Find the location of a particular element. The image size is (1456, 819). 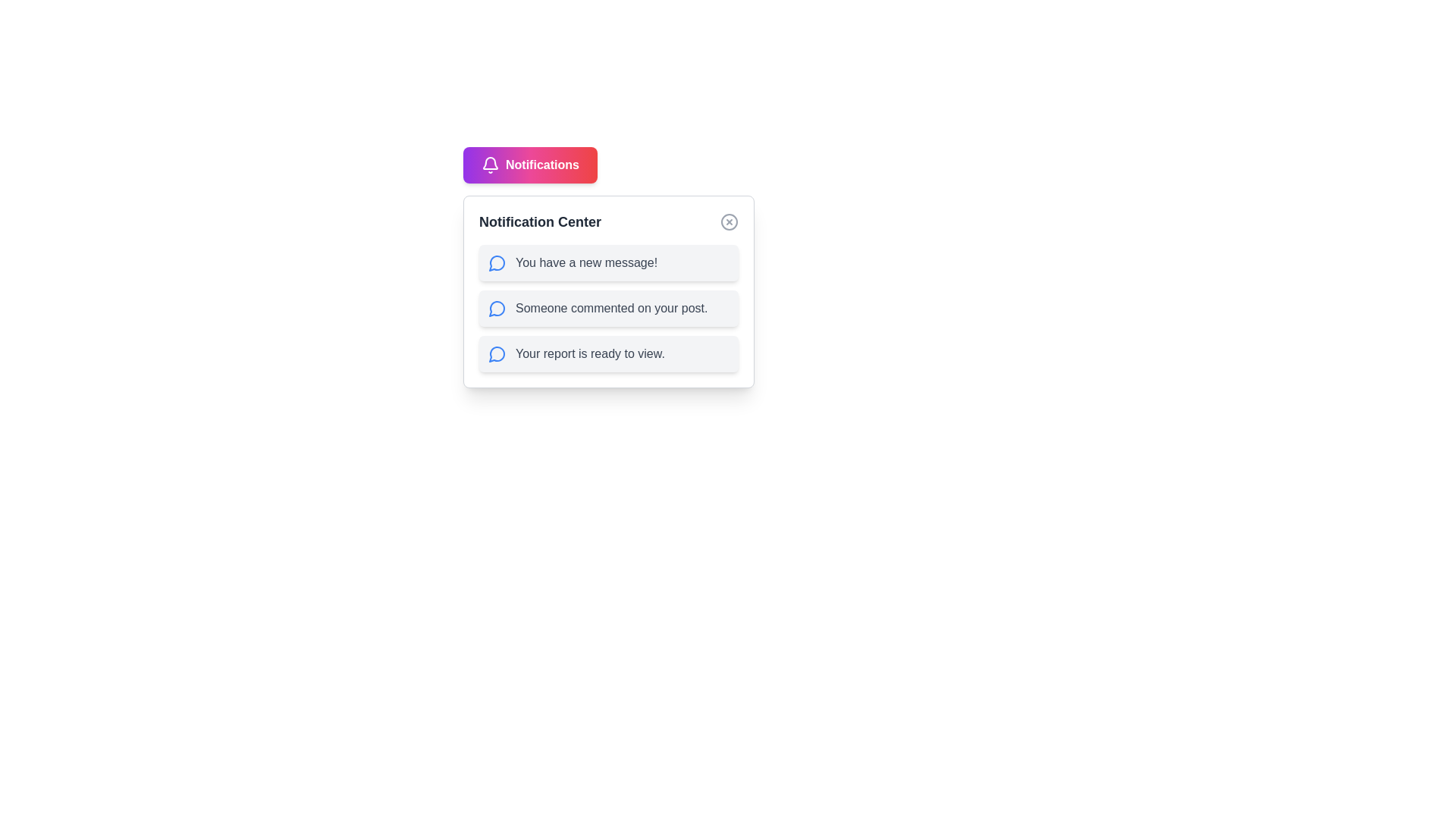

text content of the first notification item in the Notification Center, which contains the message 'You have a new message!' is located at coordinates (608, 262).